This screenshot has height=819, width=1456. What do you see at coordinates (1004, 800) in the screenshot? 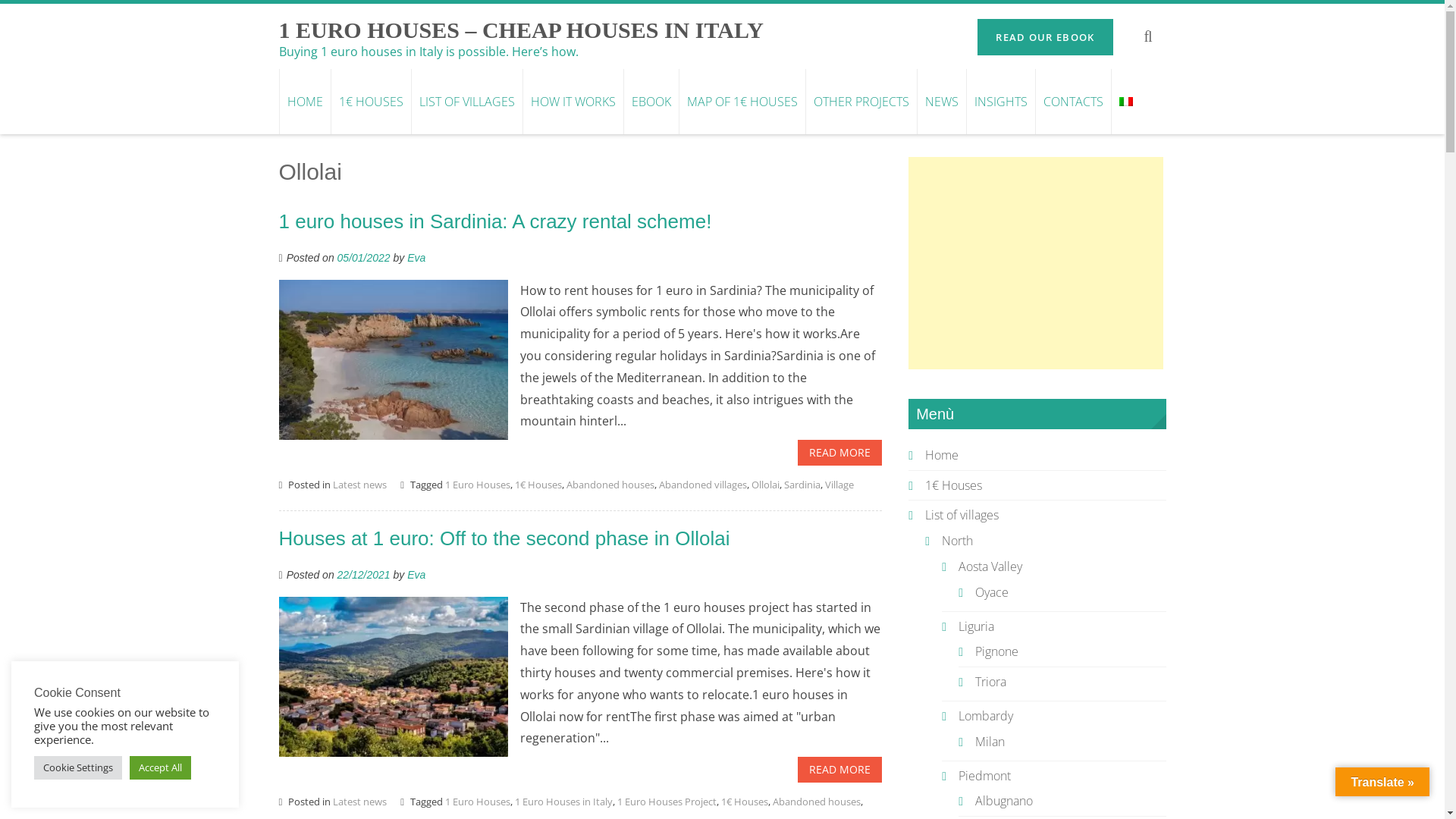
I see `'Albugnano'` at bounding box center [1004, 800].